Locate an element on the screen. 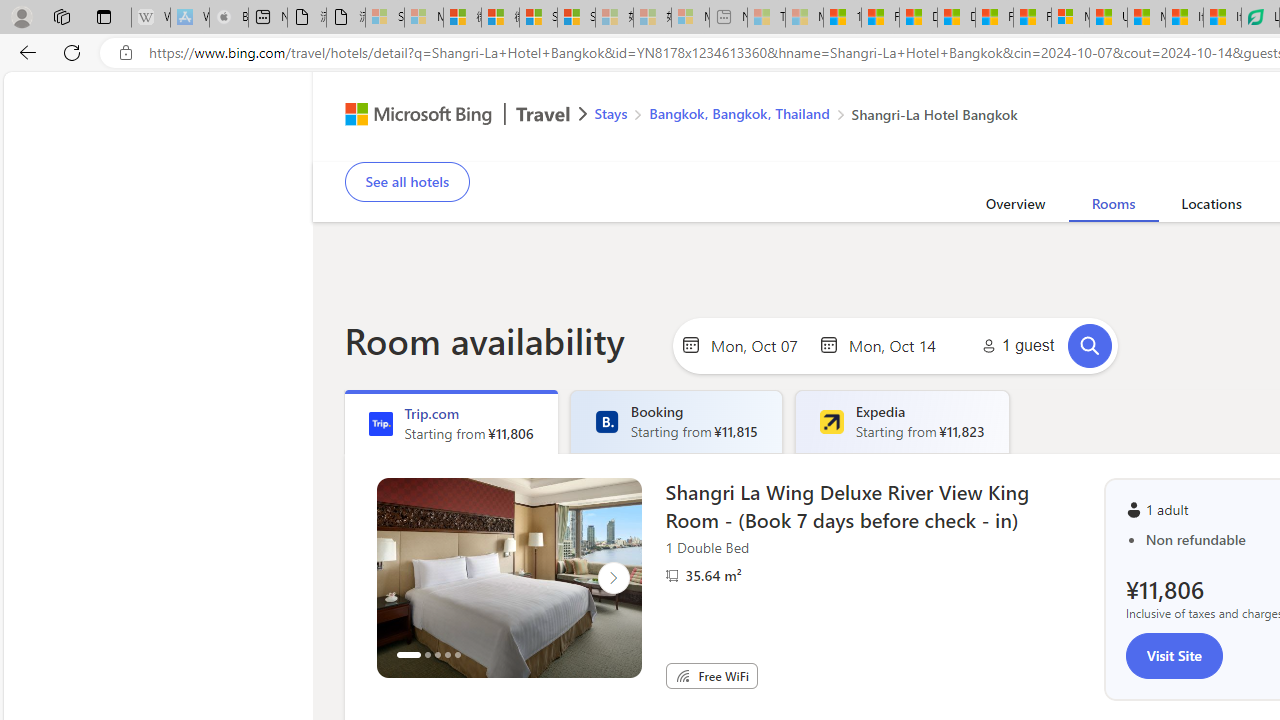 This screenshot has width=1280, height=720. 'Bangkok, Bangkok, Thailand' is located at coordinates (738, 113).